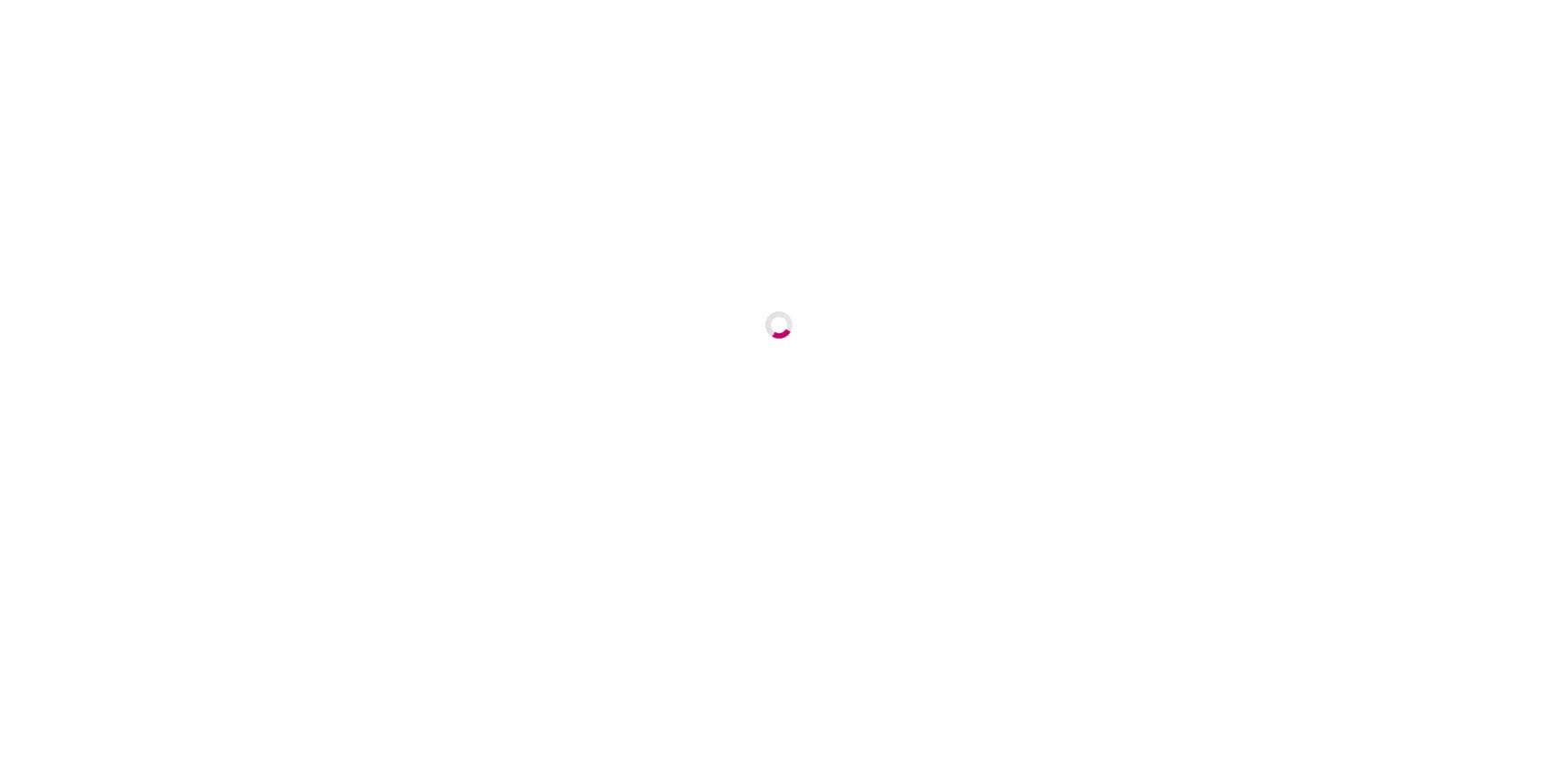 This screenshot has height=784, width=1558. What do you see at coordinates (1205, 538) in the screenshot?
I see `'.'` at bounding box center [1205, 538].